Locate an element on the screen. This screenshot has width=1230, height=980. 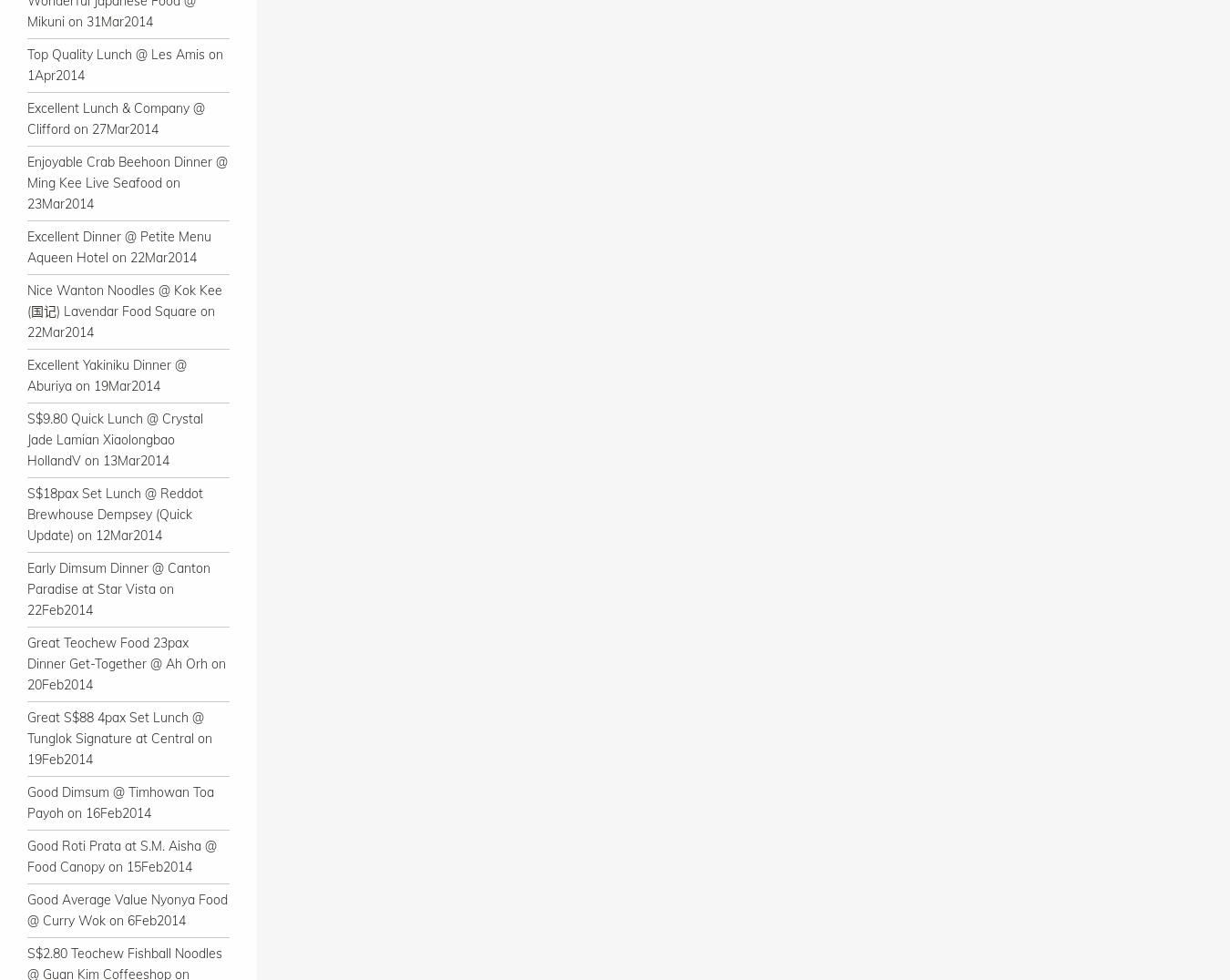
'Enjoyable Crab Beehoon Dinner @ Ming Kee Live Seafood on 23Mar2014' is located at coordinates (26, 181).